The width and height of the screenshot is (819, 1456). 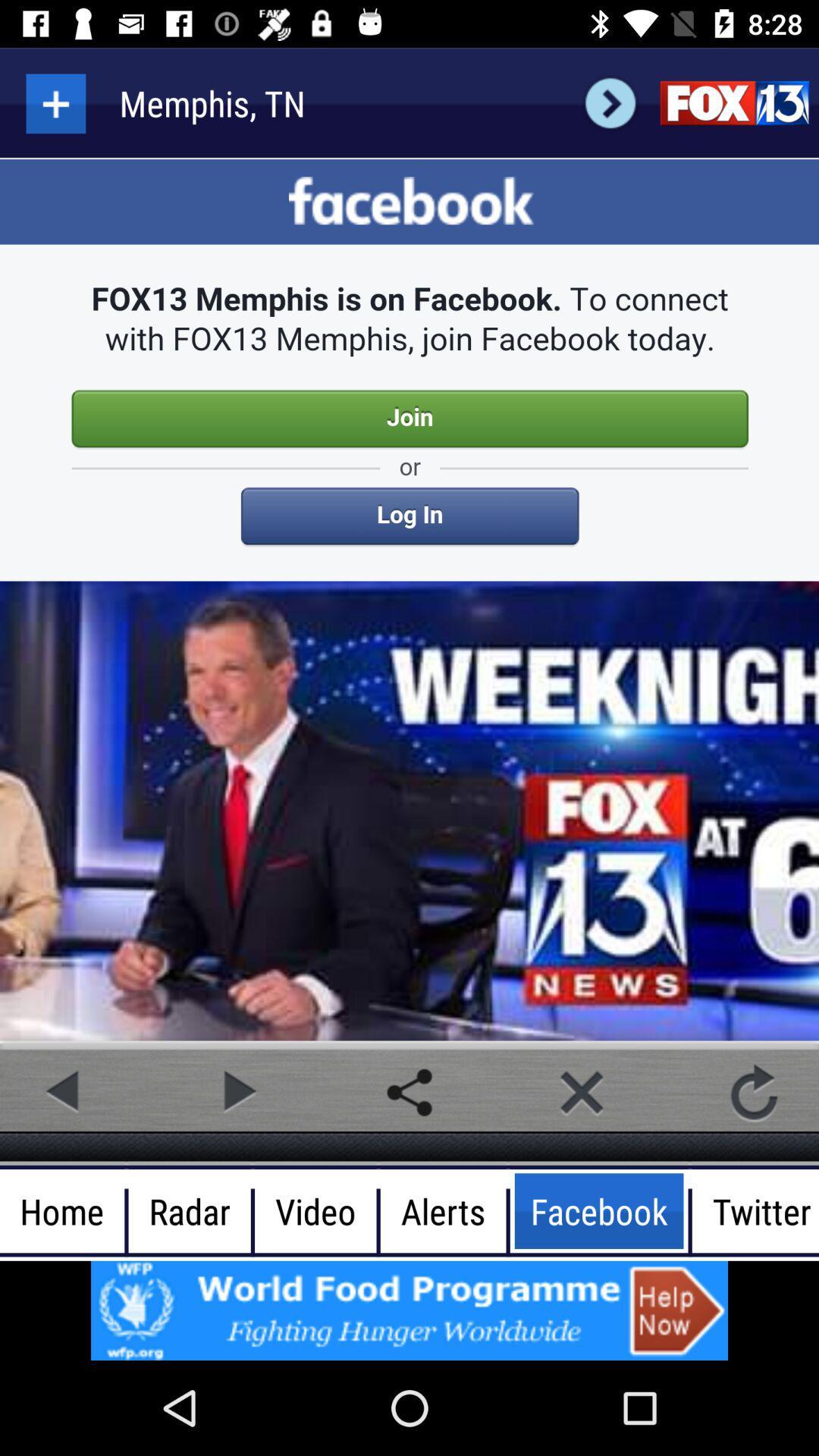 What do you see at coordinates (55, 102) in the screenshot?
I see `more options` at bounding box center [55, 102].